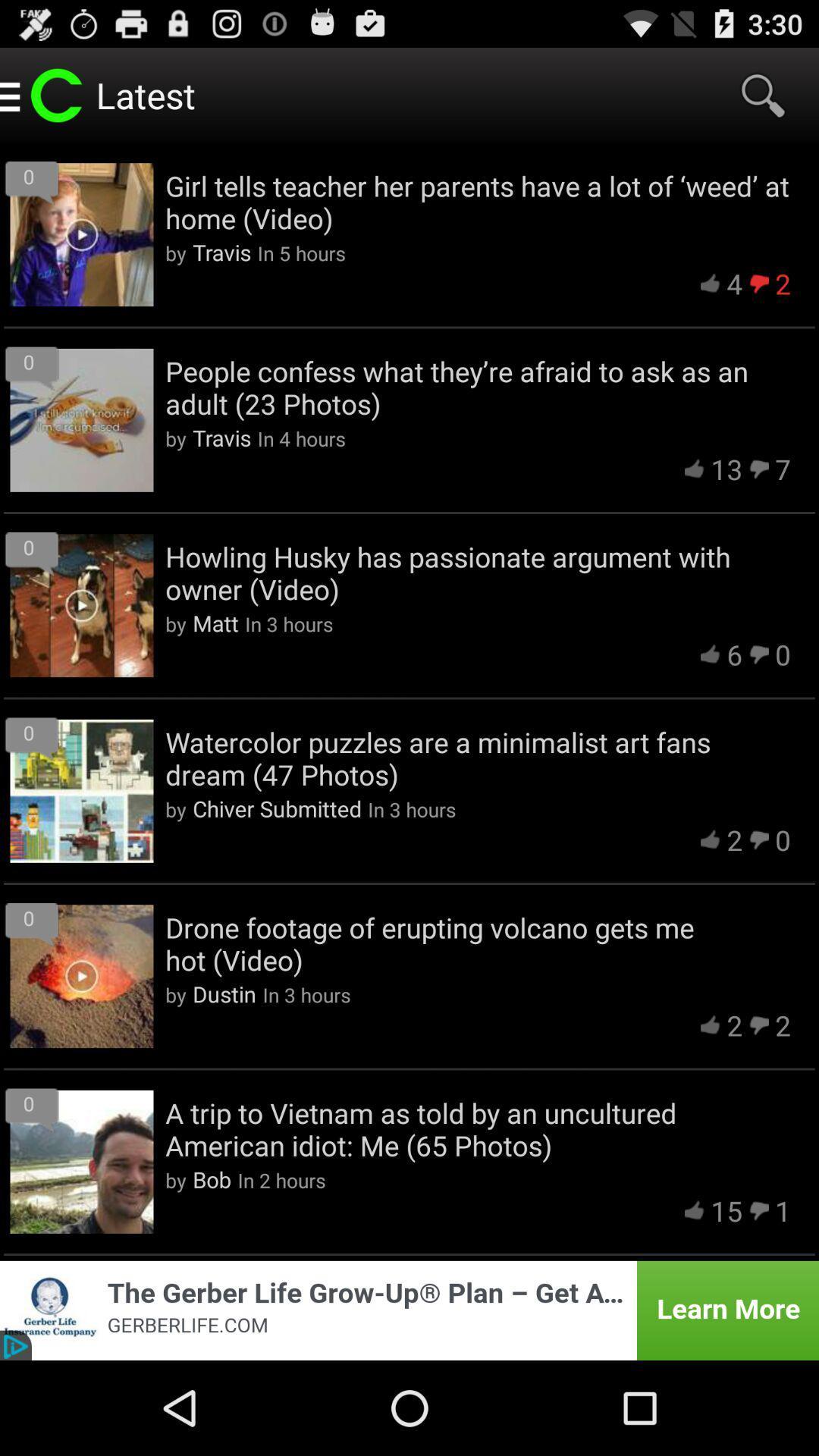  Describe the element at coordinates (726, 468) in the screenshot. I see `the 13 app` at that location.